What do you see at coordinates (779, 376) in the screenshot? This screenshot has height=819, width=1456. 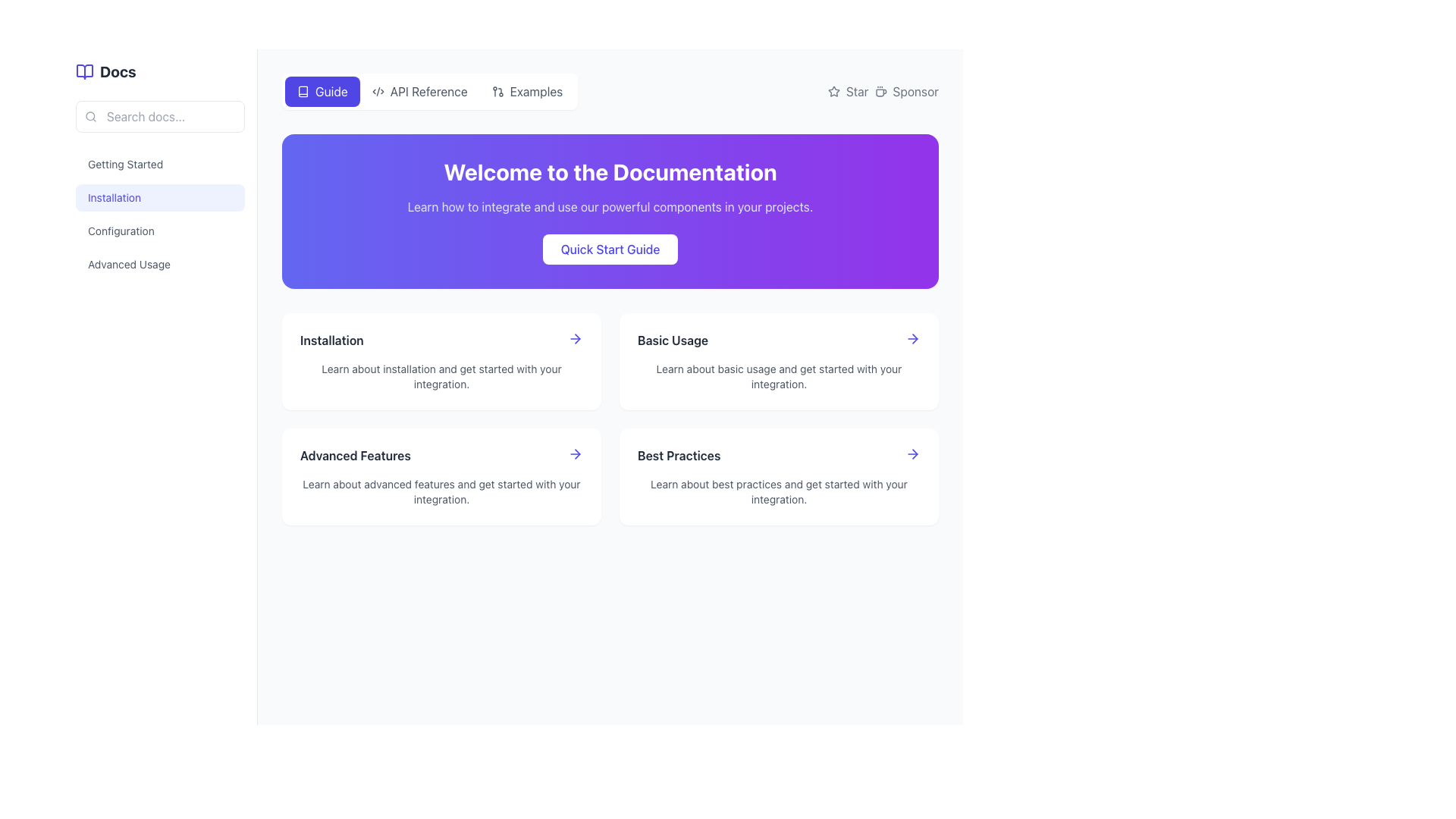 I see `descriptive information provided in the Text block located within the 'Basic Usage' card, which is situated in the second column of a grid structure, below the header text` at bounding box center [779, 376].